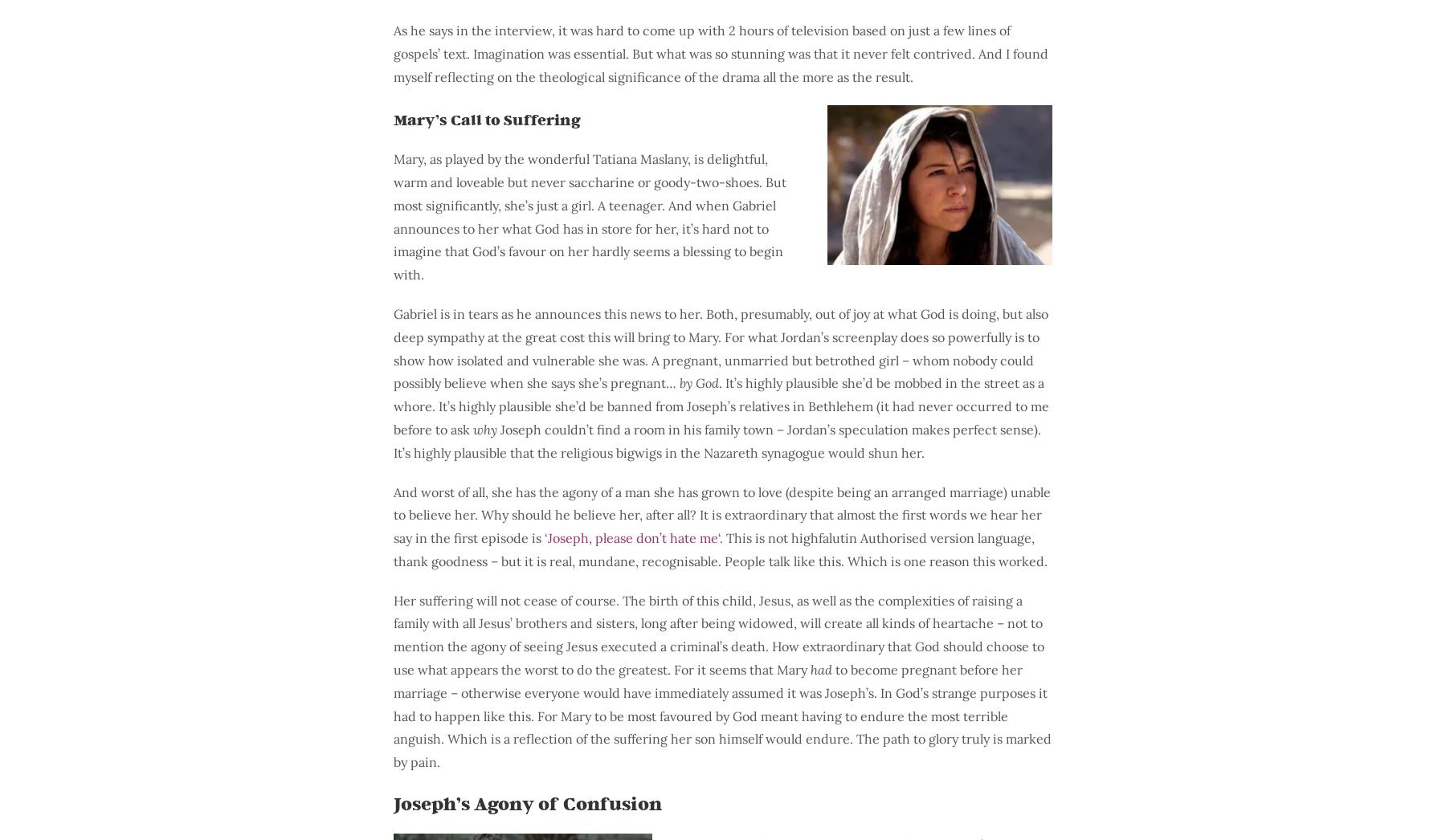 The height and width of the screenshot is (840, 1446). What do you see at coordinates (487, 118) in the screenshot?
I see `'Mary’s Call to Suffering'` at bounding box center [487, 118].